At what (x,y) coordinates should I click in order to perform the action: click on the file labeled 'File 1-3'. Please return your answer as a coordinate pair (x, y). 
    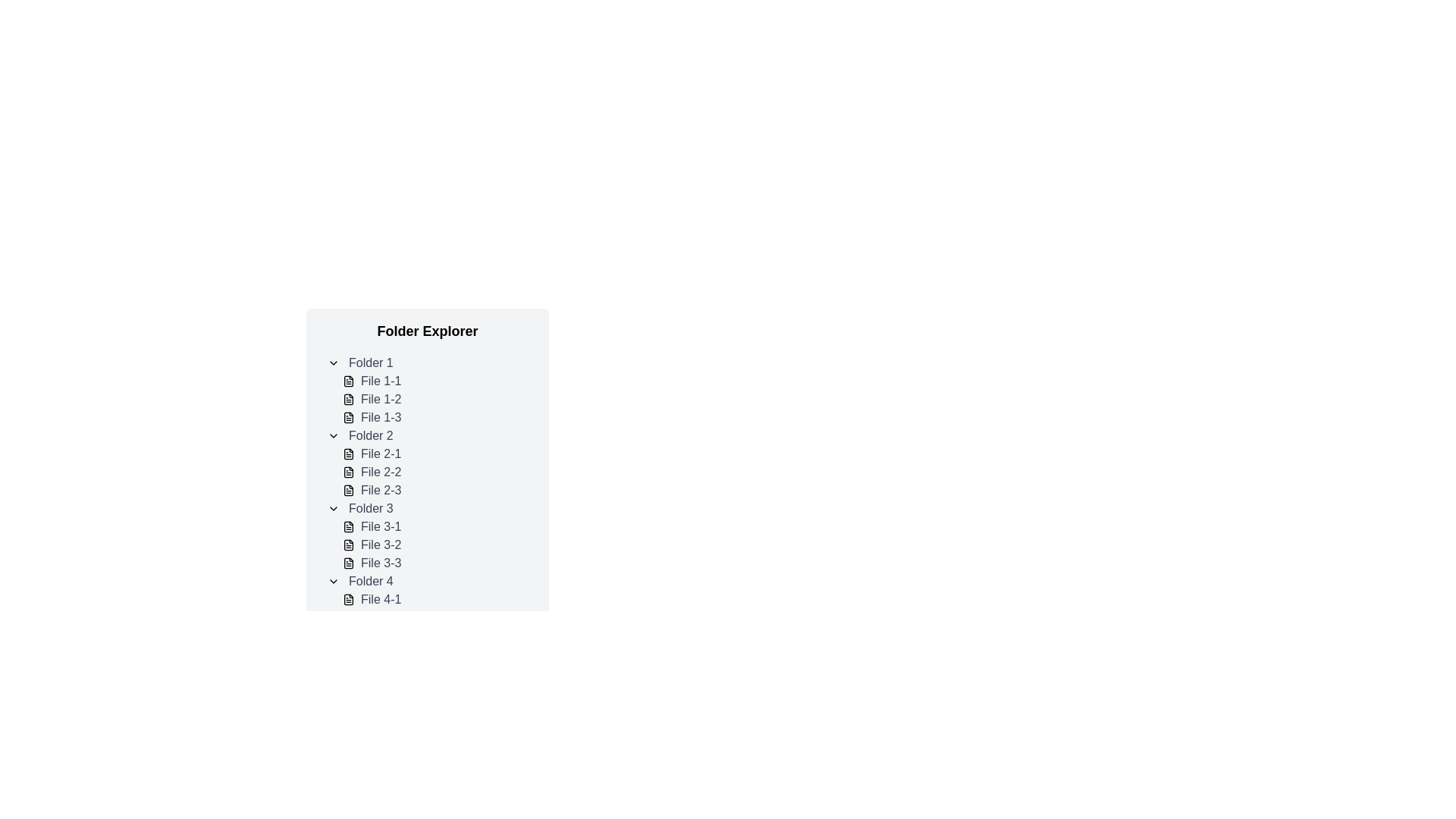
    Looking at the image, I should click on (436, 418).